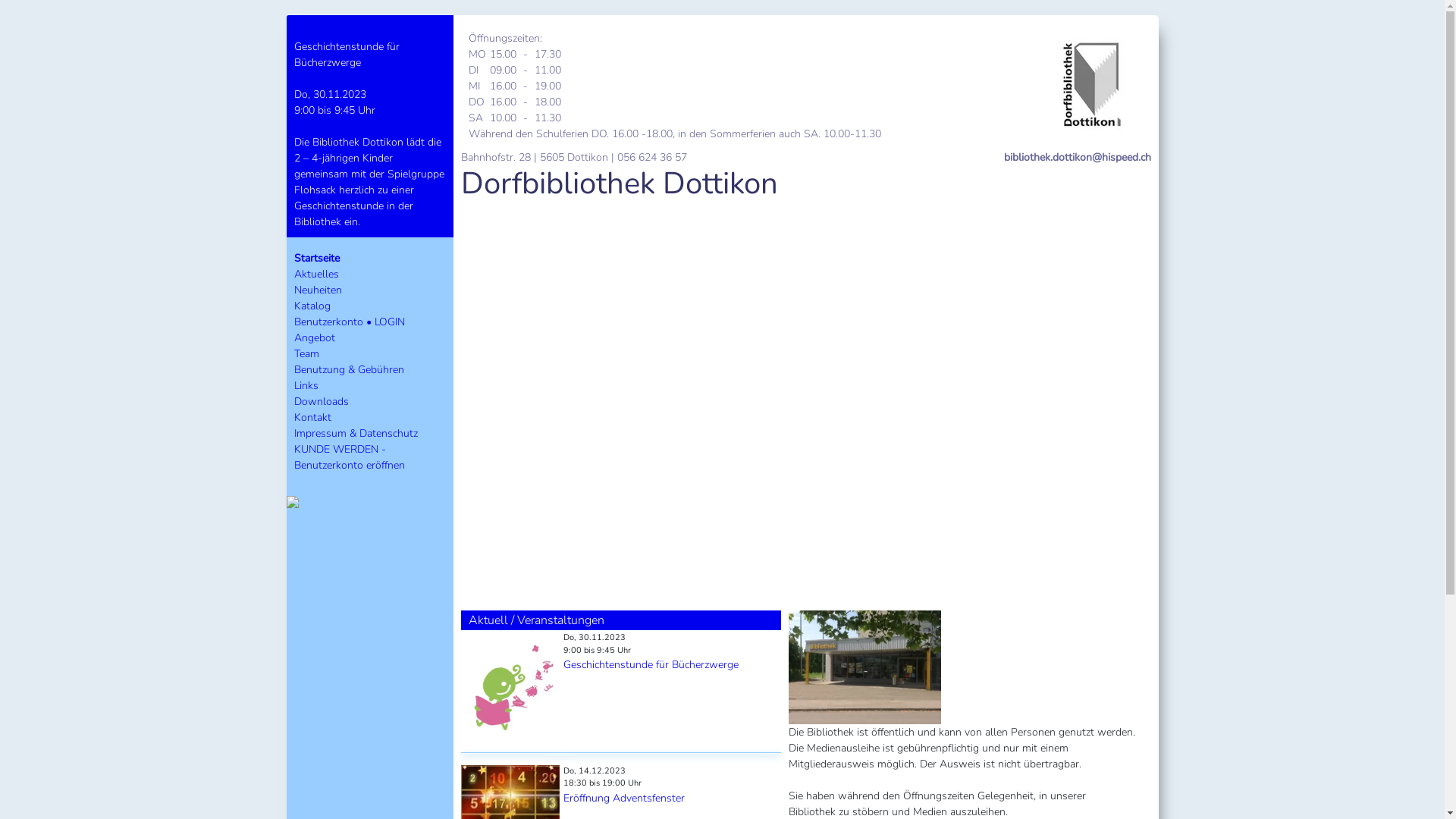 This screenshot has height=819, width=1456. Describe the element at coordinates (294, 433) in the screenshot. I see `'Impressum & Datenschutz'` at that location.